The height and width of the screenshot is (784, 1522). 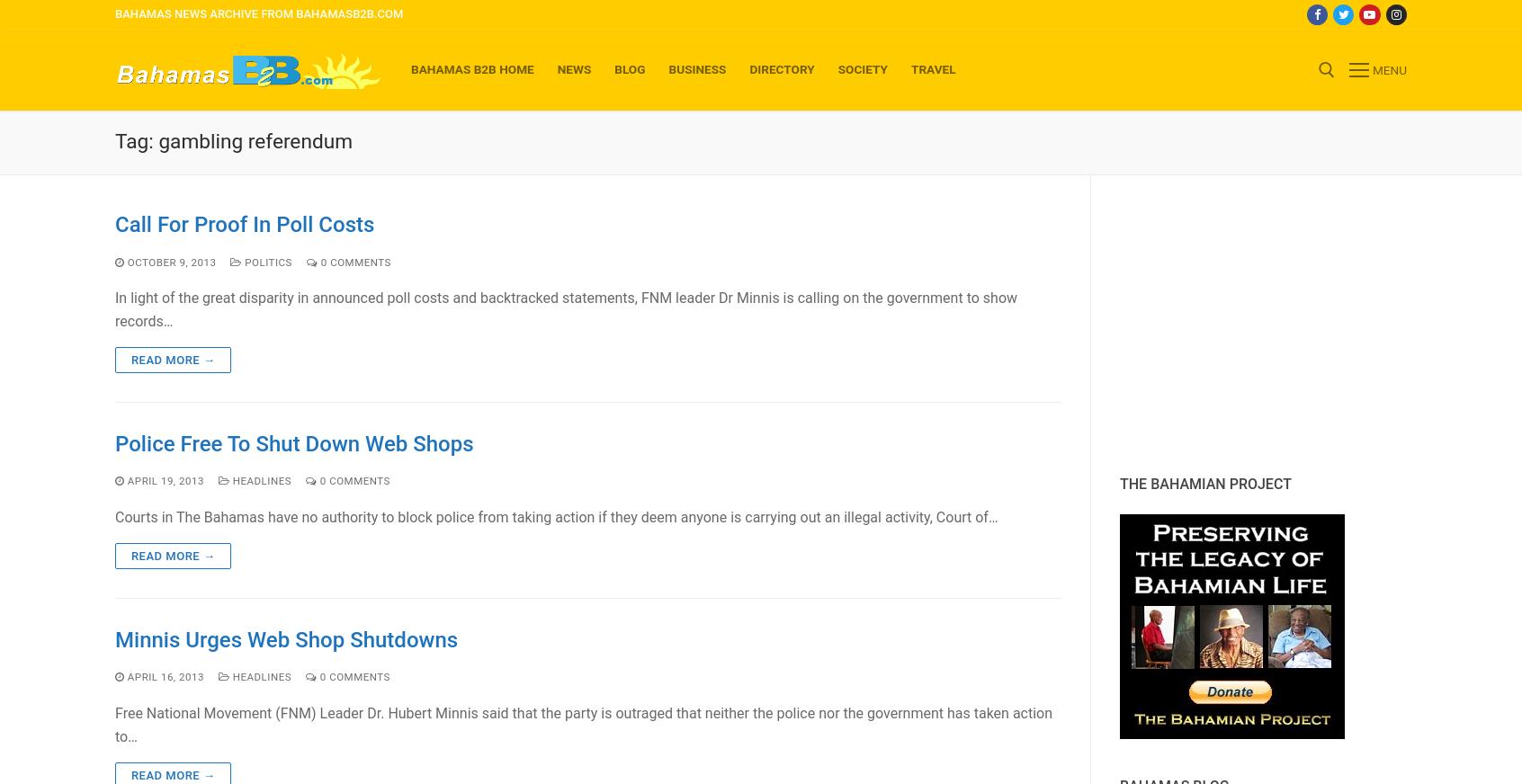 What do you see at coordinates (781, 67) in the screenshot?
I see `'Directory'` at bounding box center [781, 67].